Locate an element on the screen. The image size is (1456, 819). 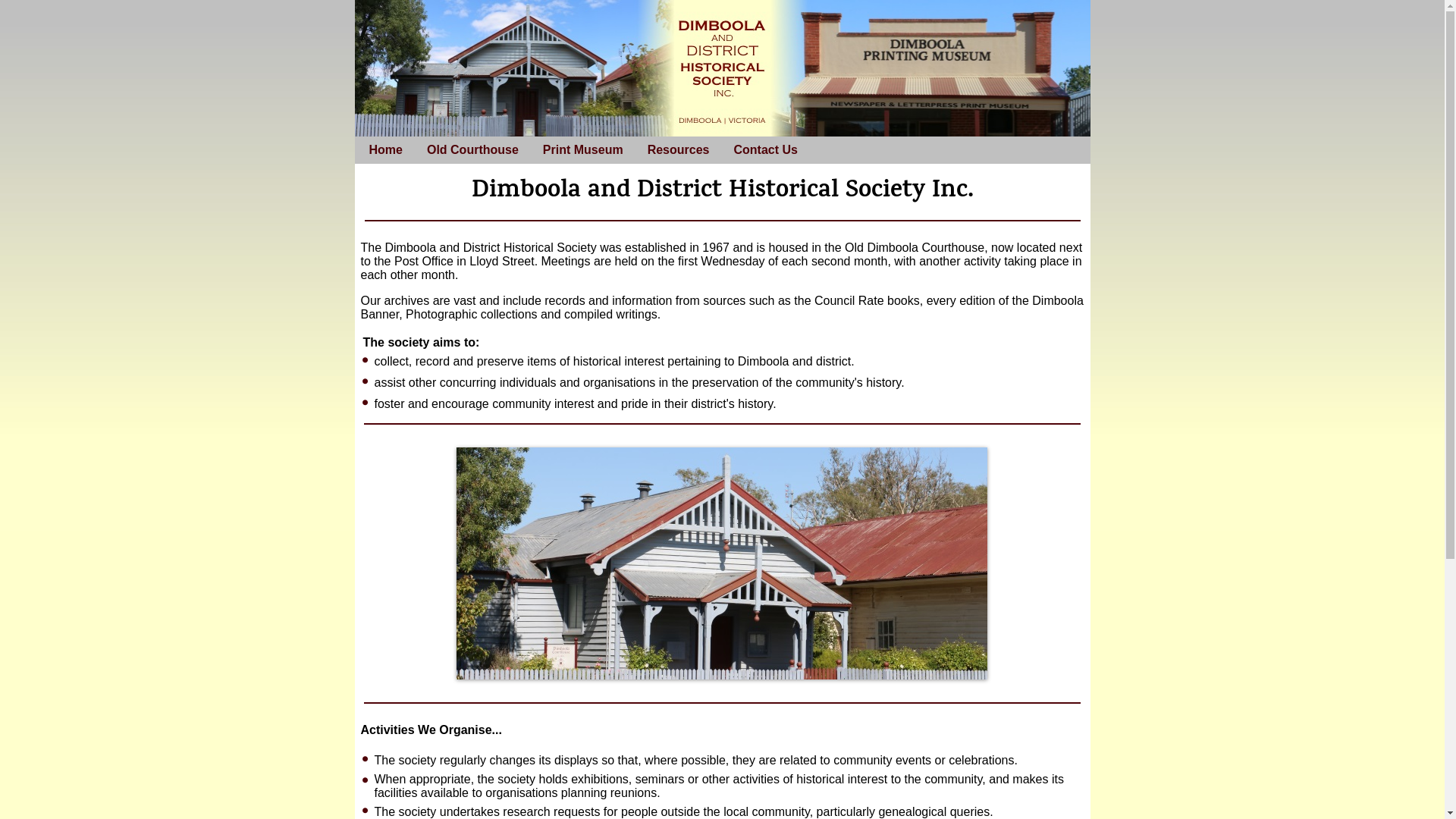
'Contact Us' is located at coordinates (764, 149).